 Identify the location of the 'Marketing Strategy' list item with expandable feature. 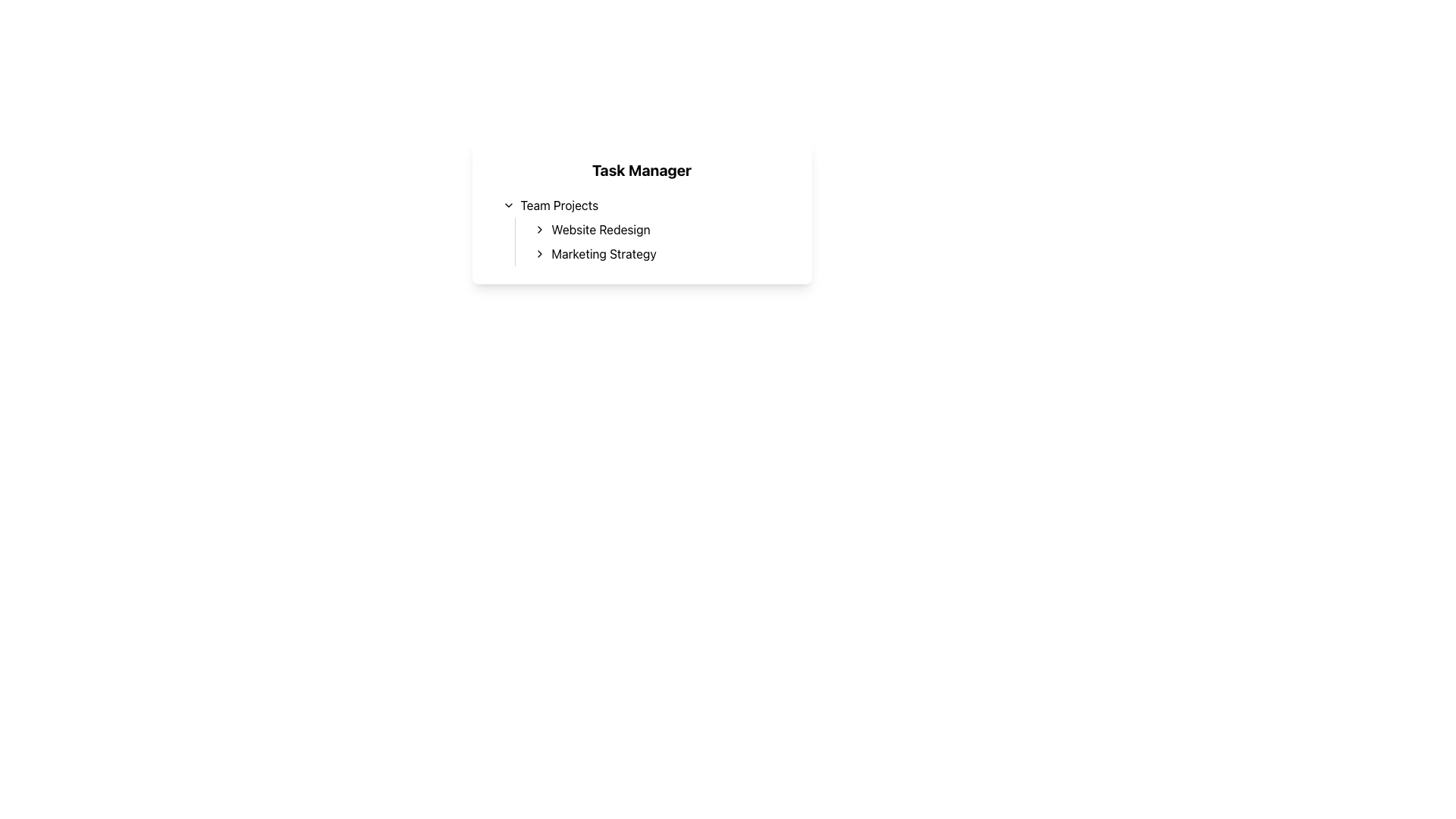
(663, 253).